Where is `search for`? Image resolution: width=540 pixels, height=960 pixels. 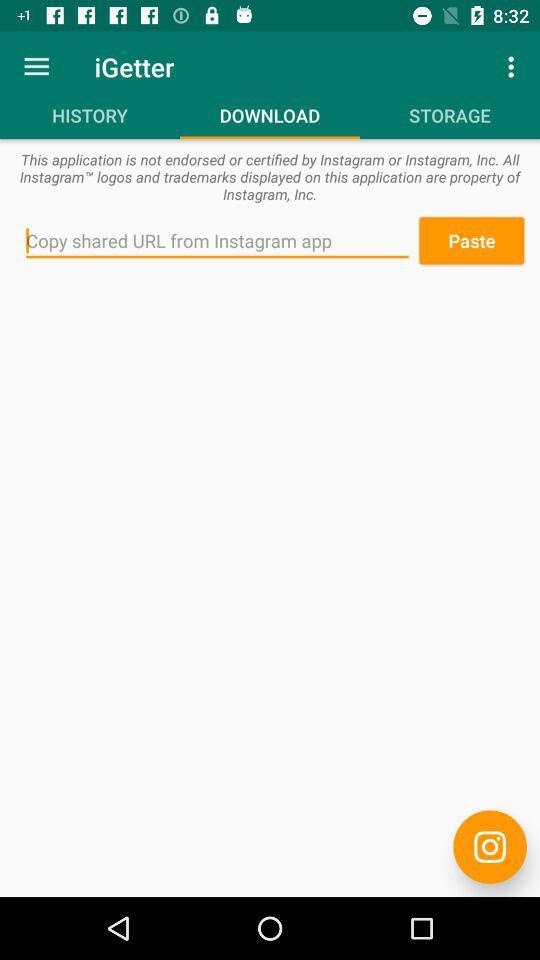
search for is located at coordinates (216, 240).